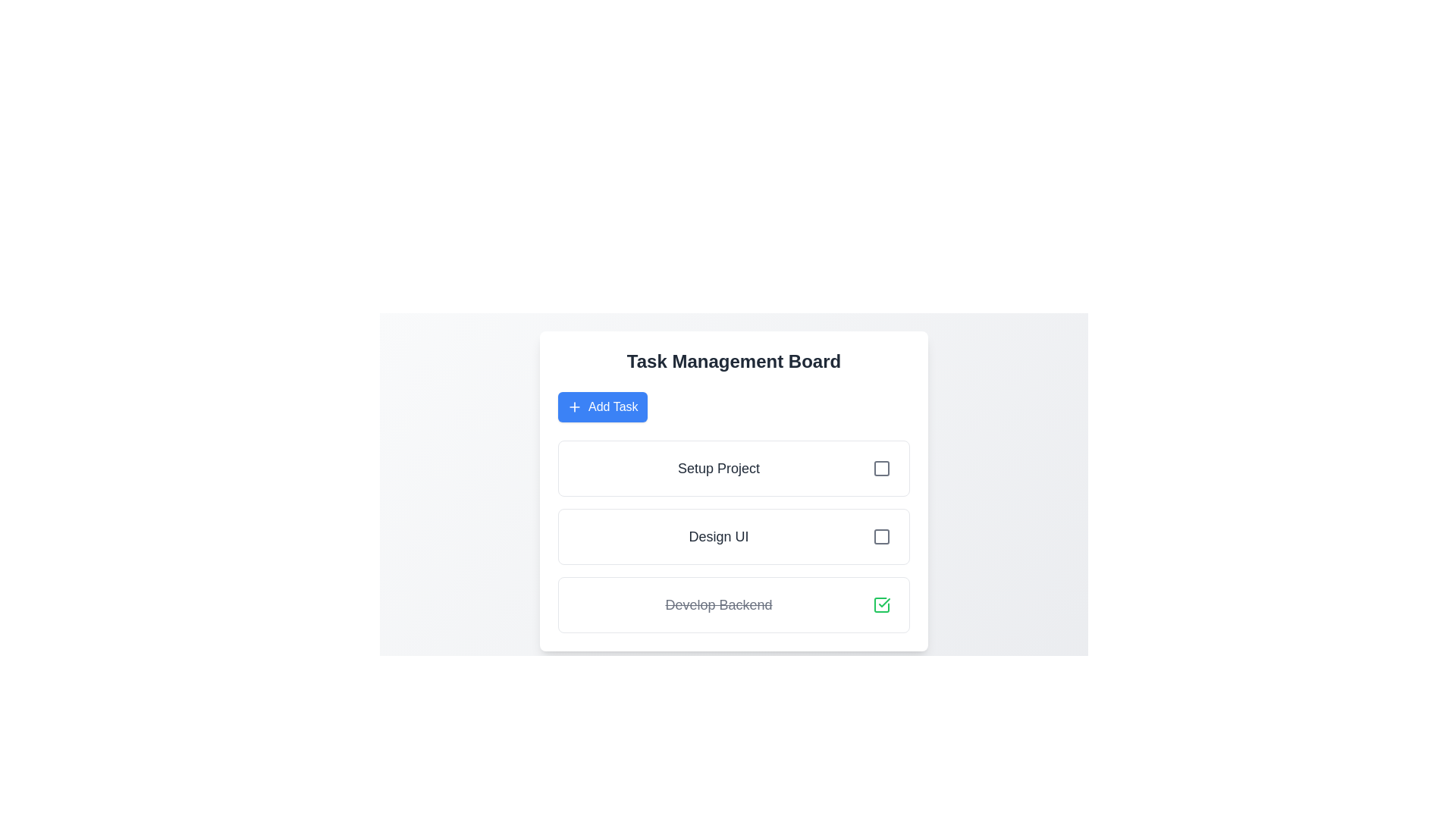  Describe the element at coordinates (601, 406) in the screenshot. I see `'Add Task' button to create a new task` at that location.